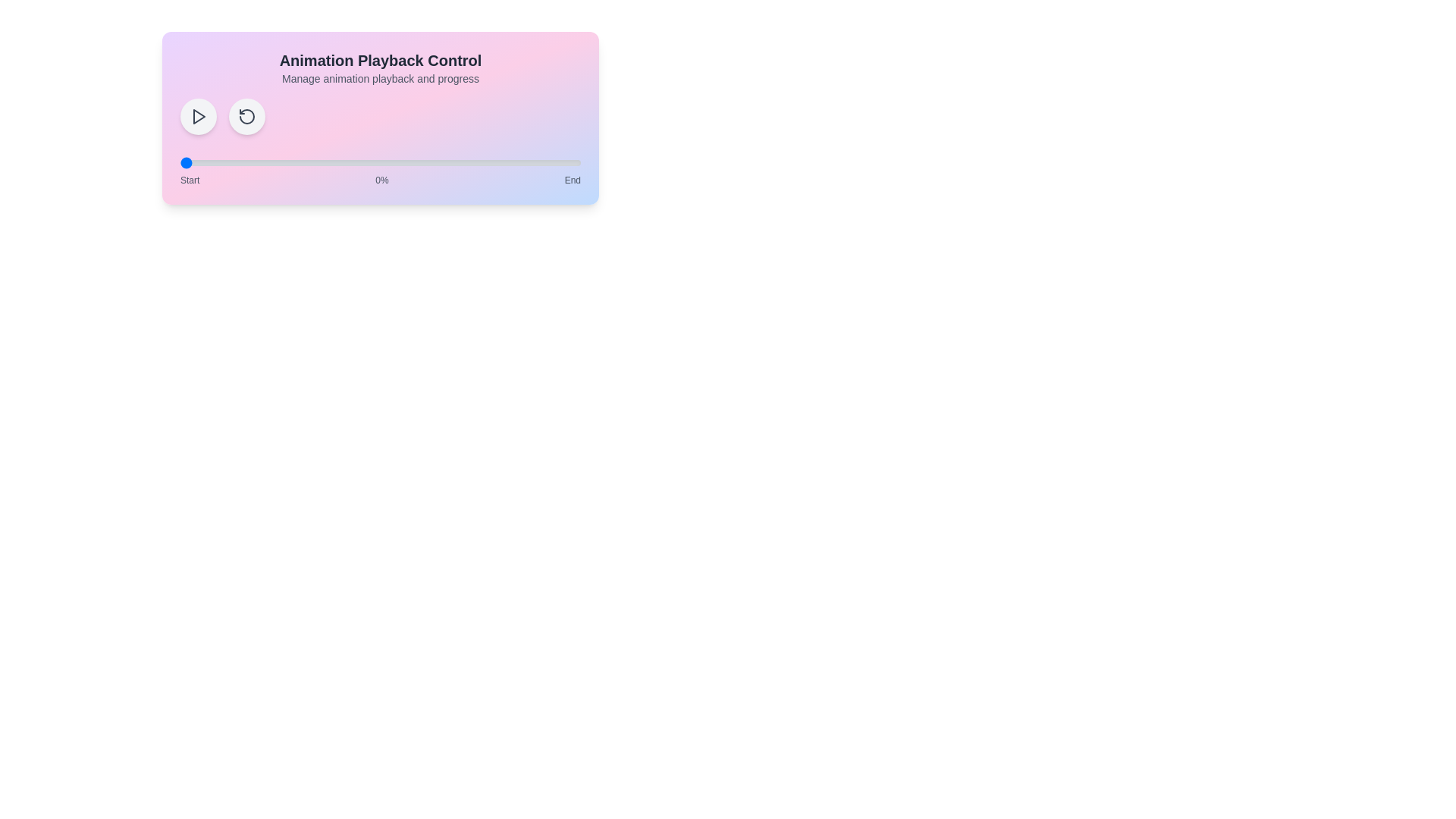  Describe the element at coordinates (196, 163) in the screenshot. I see `the animation progress to 4% by interacting with the range slider` at that location.